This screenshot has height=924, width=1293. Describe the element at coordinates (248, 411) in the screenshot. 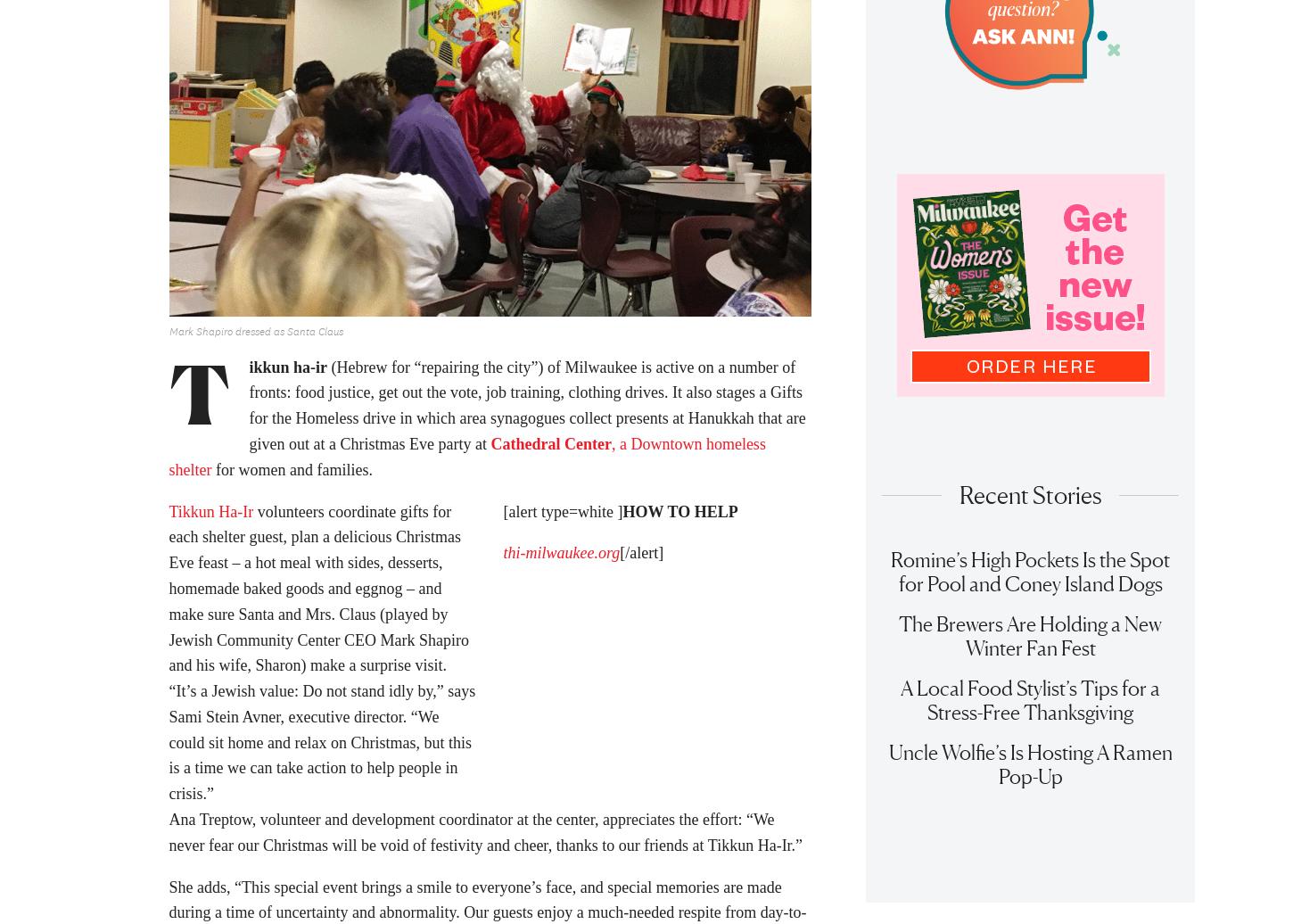

I see `'(Hebrew for “repairing the city”) of Milwaukee is active on a number of fronts: food justice, get out the vote, job training, clothing drives. It also stages a Gifts for the Homeless drive in which area synagogues collect presents at Hanukkah that are given out at a Christmas Eve party at'` at that location.